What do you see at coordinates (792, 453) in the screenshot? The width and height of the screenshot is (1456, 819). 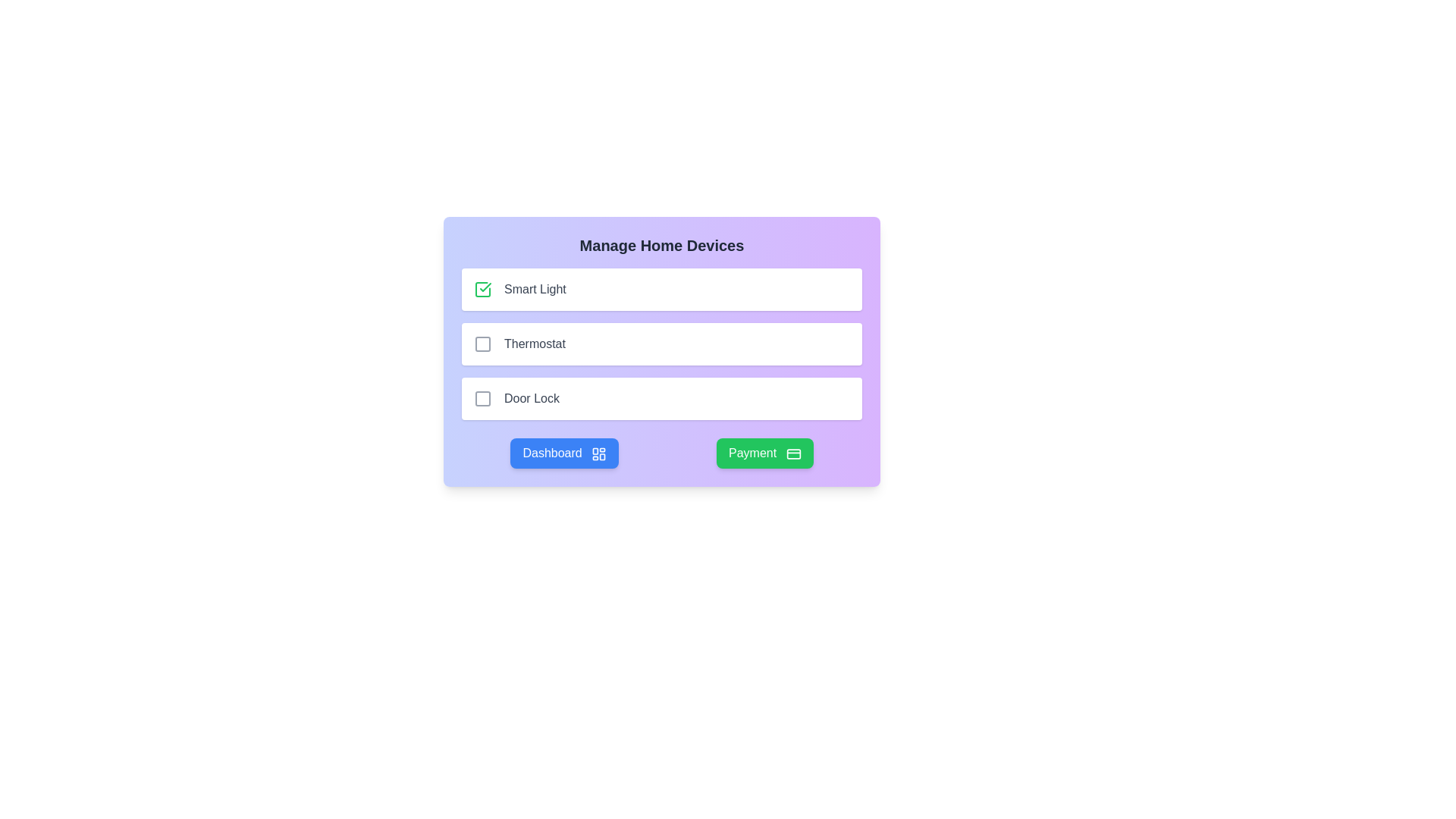 I see `the credit card icon located within the green 'Payment' button at the bottom-right corner of the interface` at bounding box center [792, 453].